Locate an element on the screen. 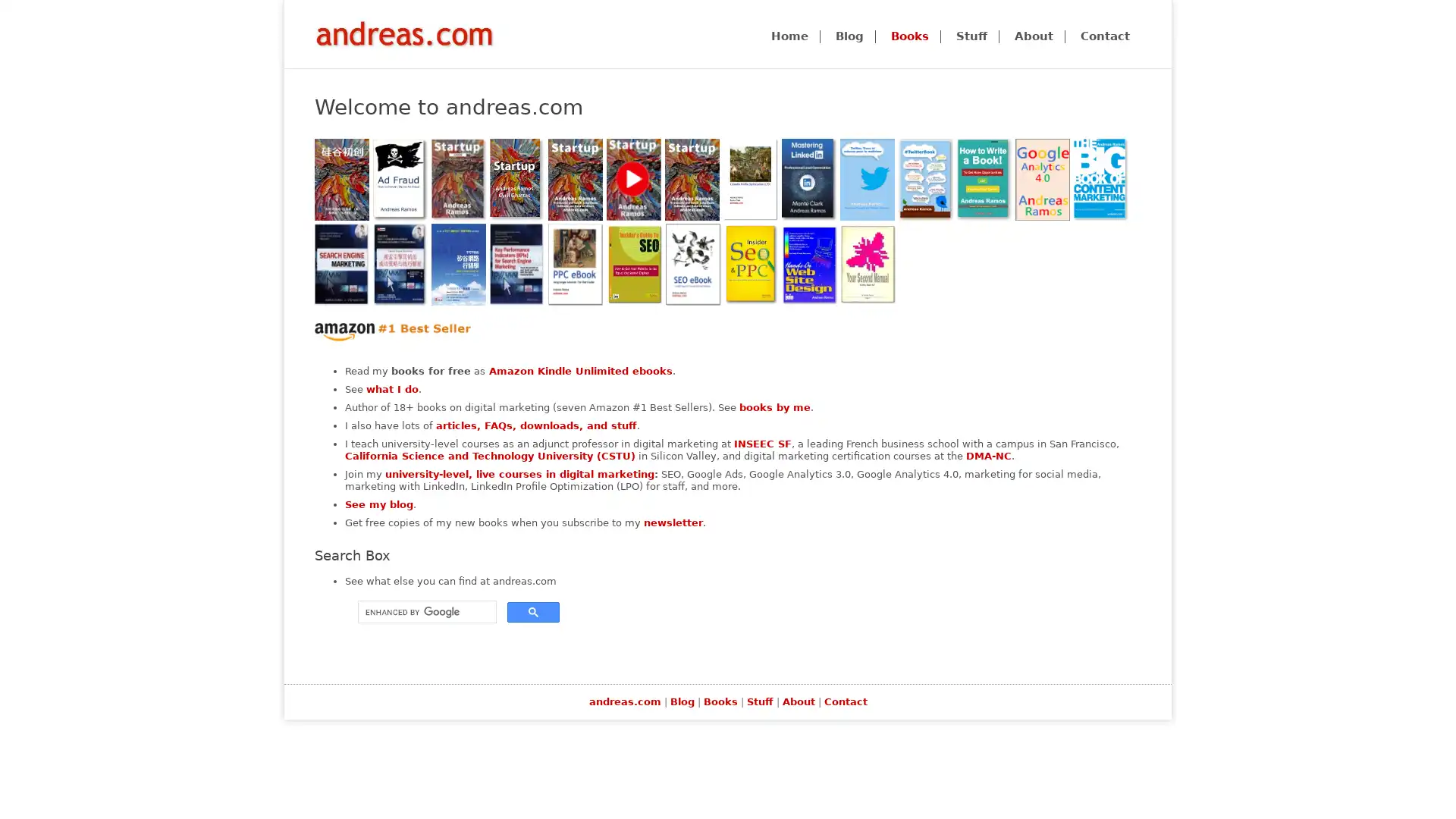  search is located at coordinates (533, 610).